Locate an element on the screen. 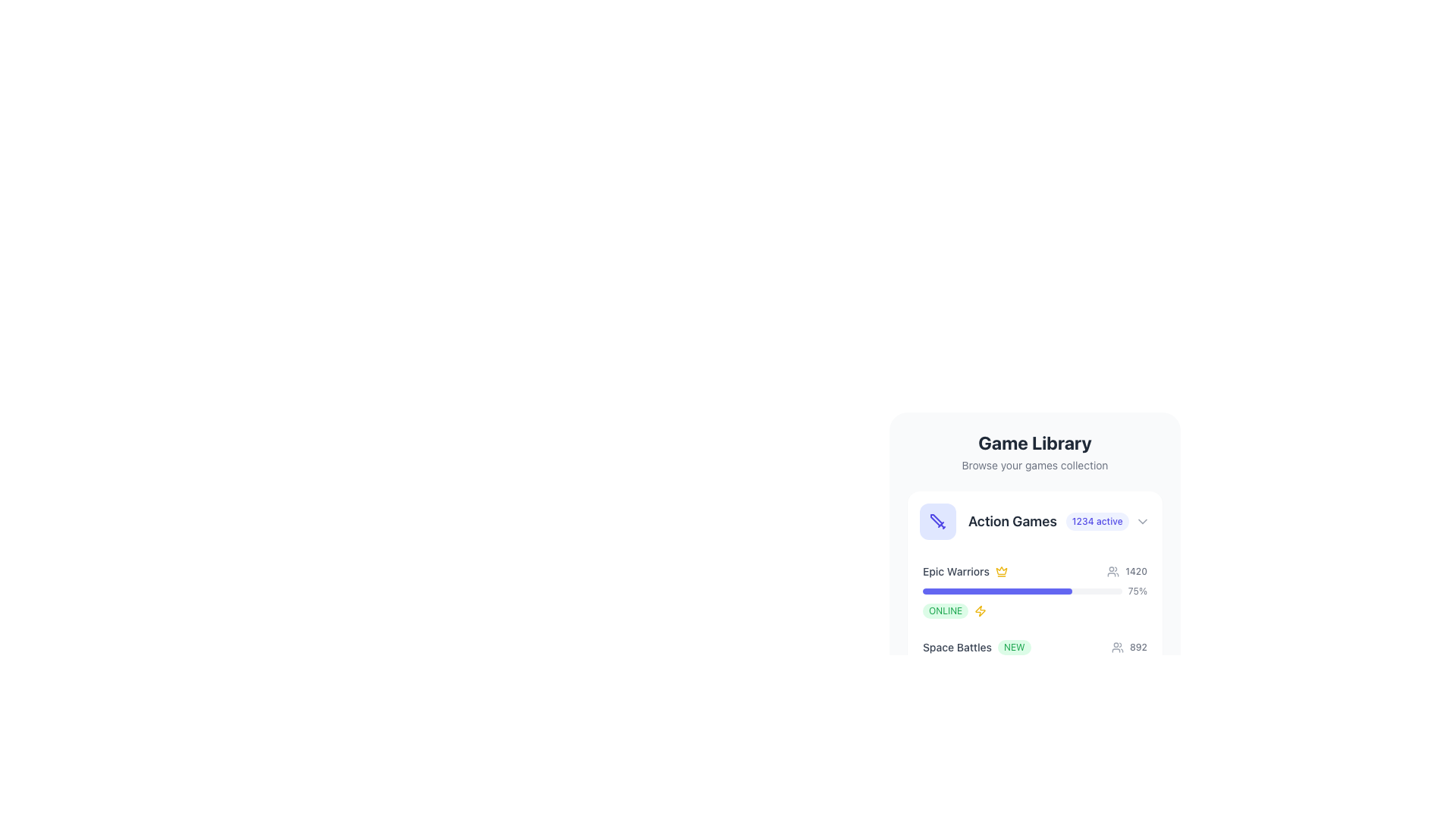 The width and height of the screenshot is (1456, 819). the last game item in the 'Game Library' section under 'Action Games', which includes a 'NEW' badge and user count is located at coordinates (1034, 666).